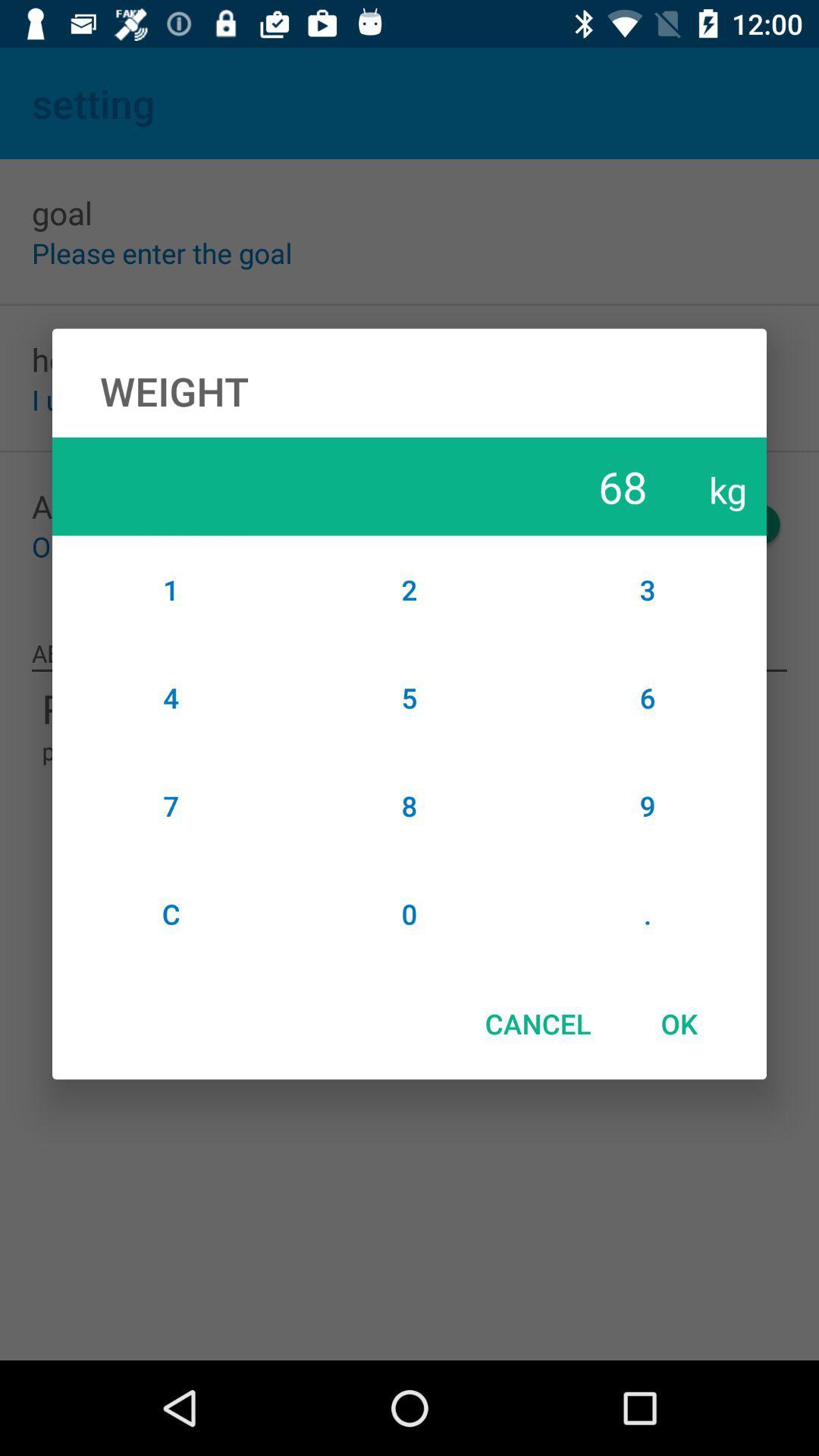 This screenshot has height=1456, width=819. I want to click on item above 9 item, so click(648, 697).